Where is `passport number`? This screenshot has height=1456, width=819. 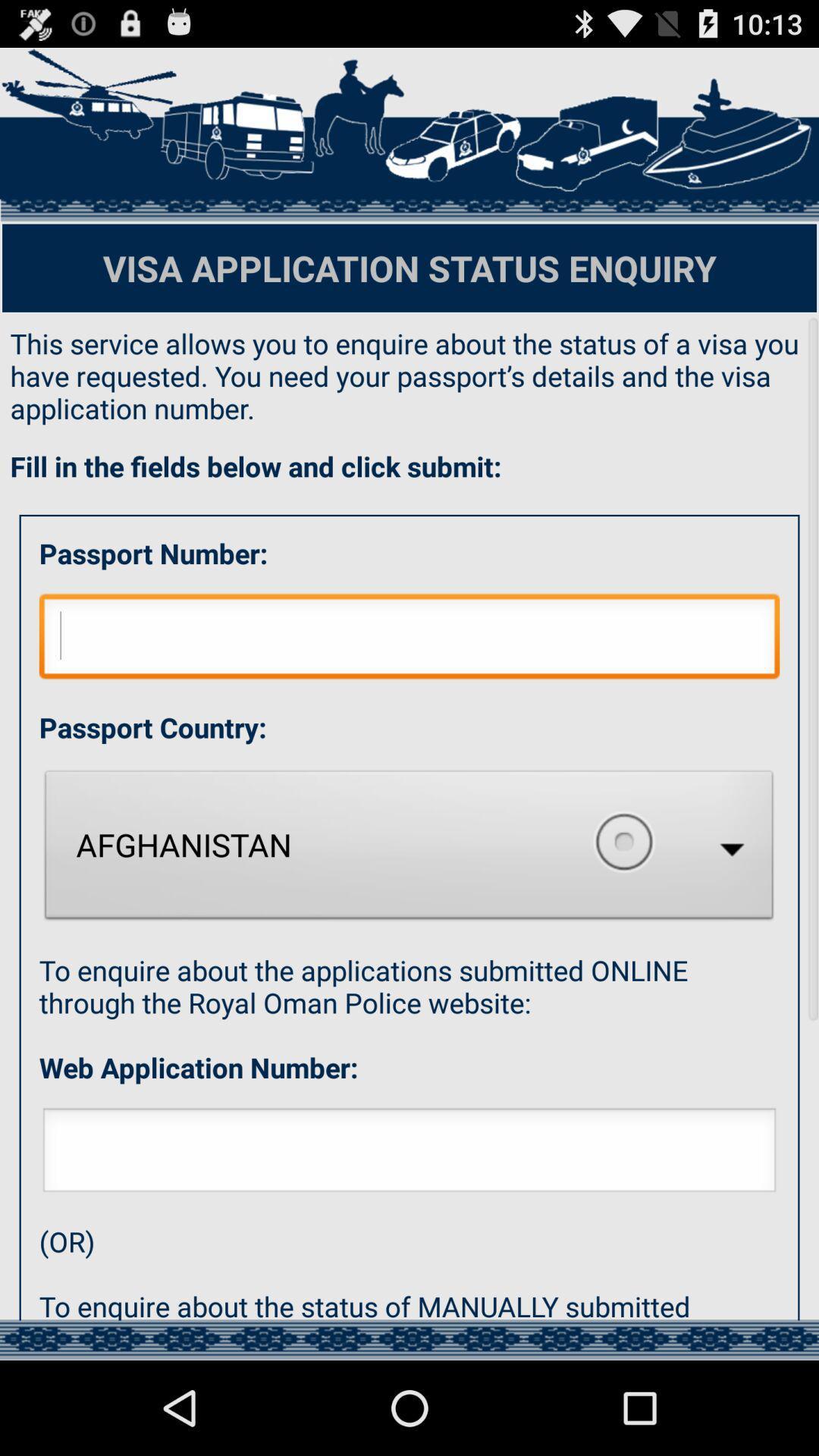
passport number is located at coordinates (409, 640).